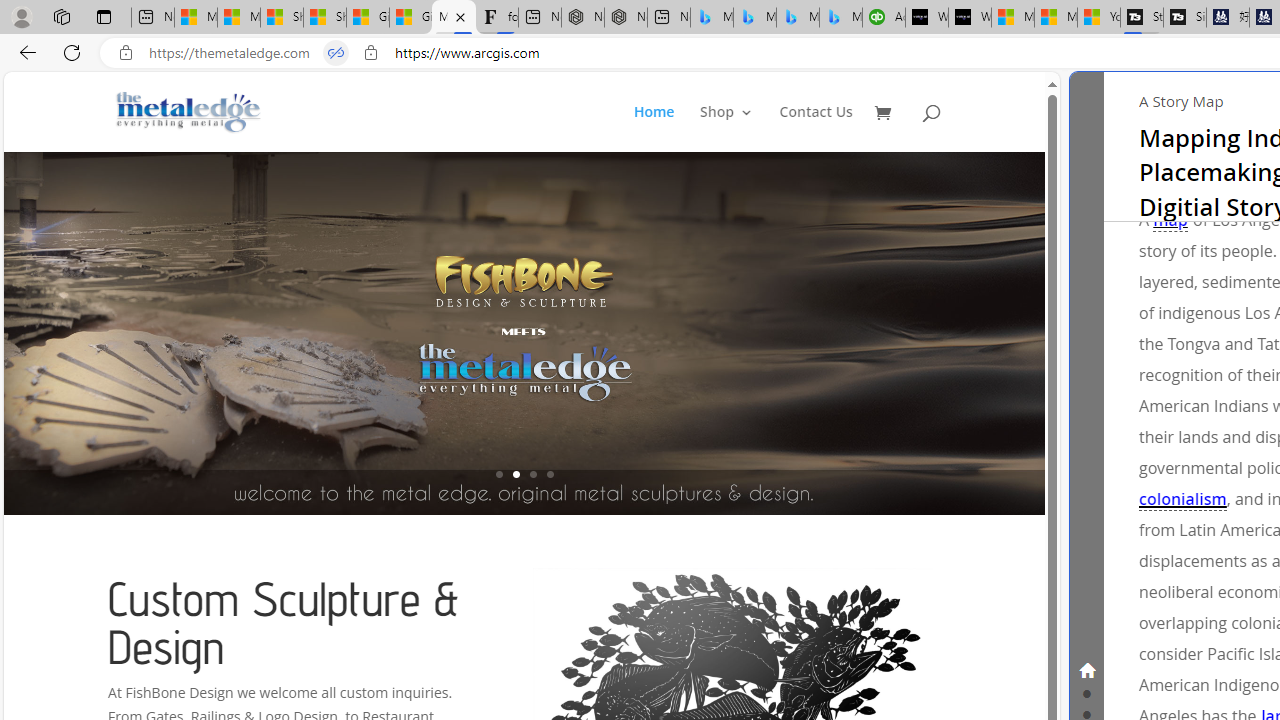  I want to click on '2', so click(515, 474).